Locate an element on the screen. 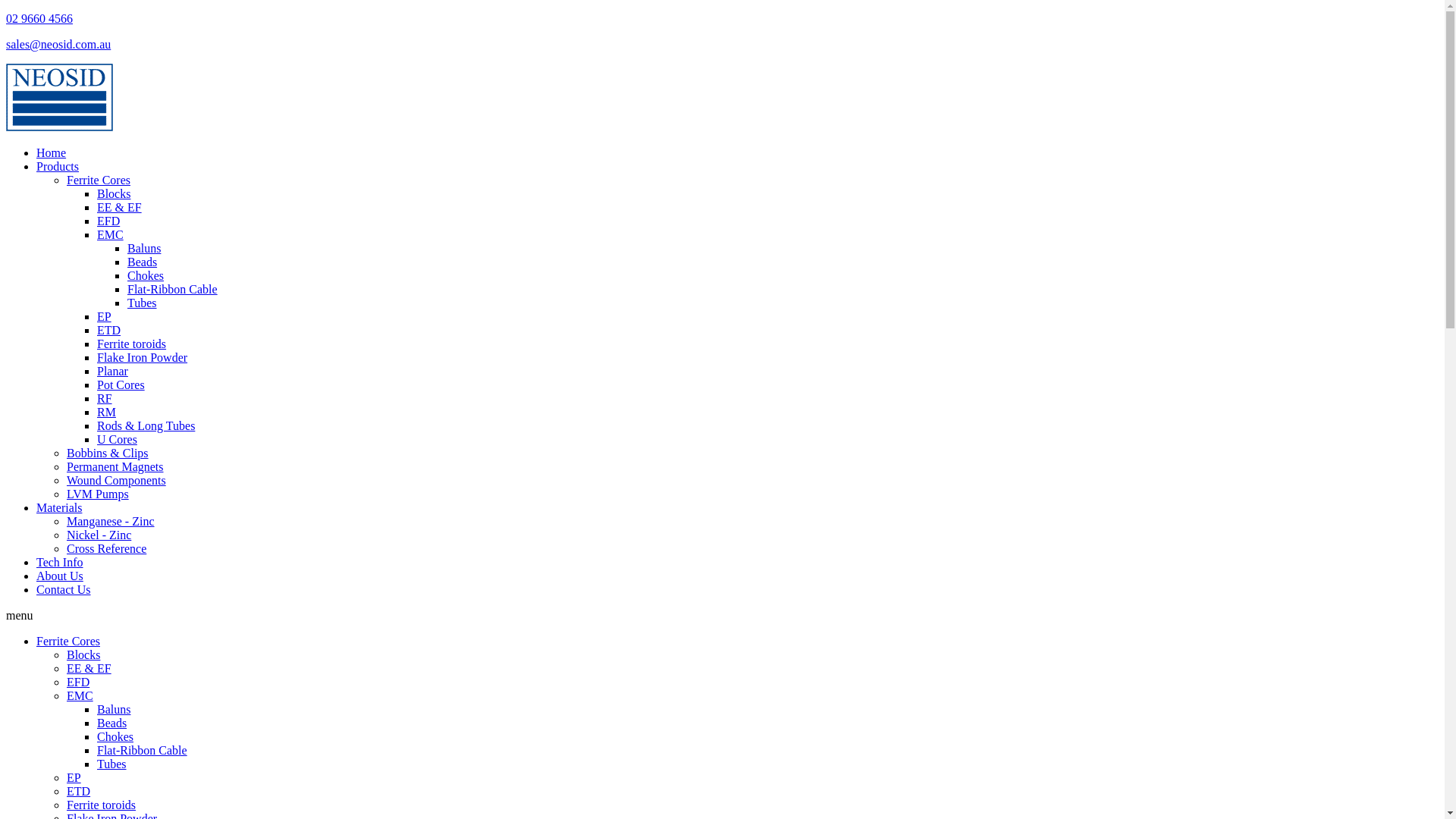 The width and height of the screenshot is (1456, 819). 'Contact Us' is located at coordinates (62, 588).